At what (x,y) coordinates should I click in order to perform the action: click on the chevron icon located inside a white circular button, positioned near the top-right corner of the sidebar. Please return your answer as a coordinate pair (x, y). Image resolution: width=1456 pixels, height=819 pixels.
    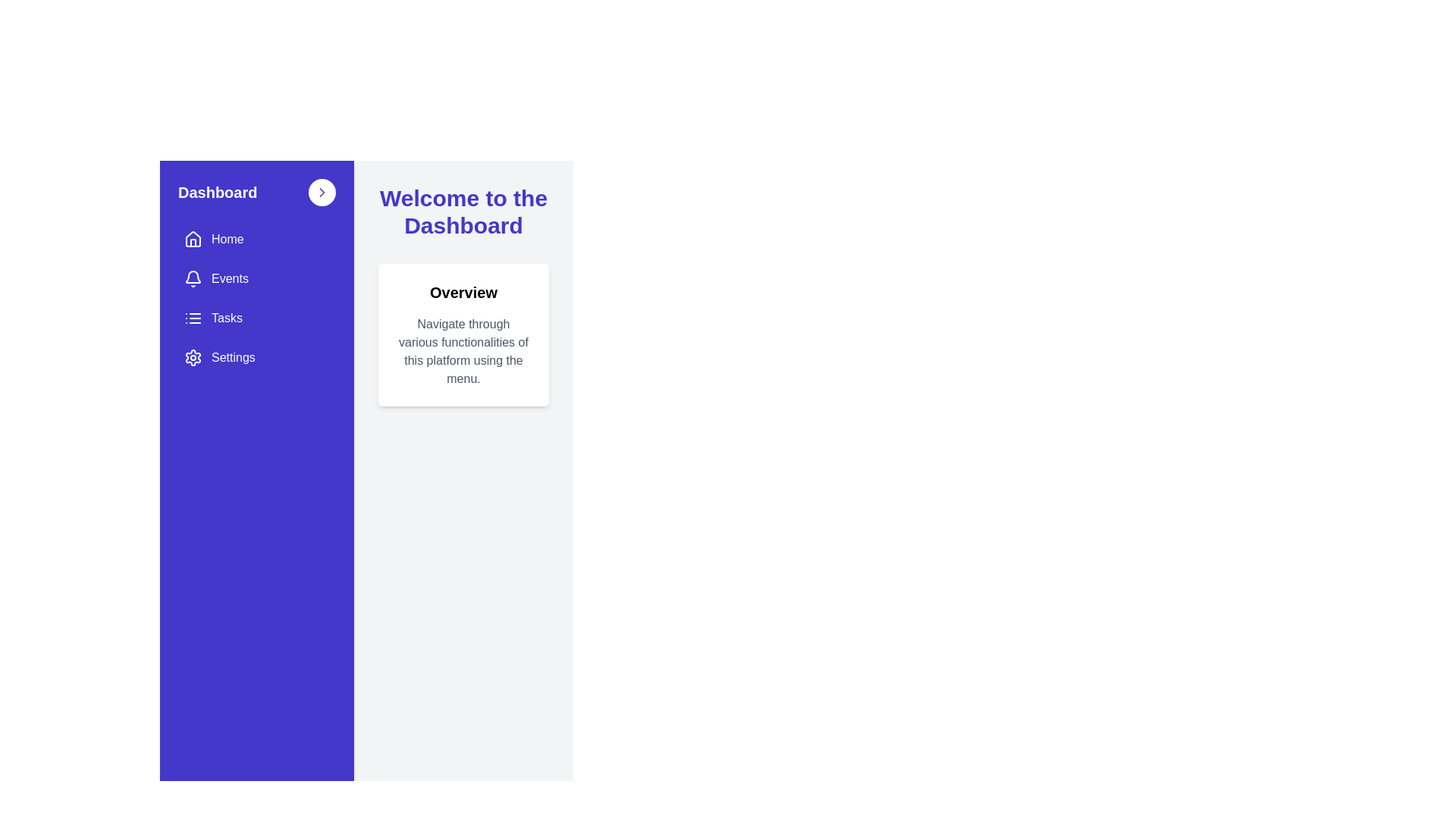
    Looking at the image, I should click on (322, 192).